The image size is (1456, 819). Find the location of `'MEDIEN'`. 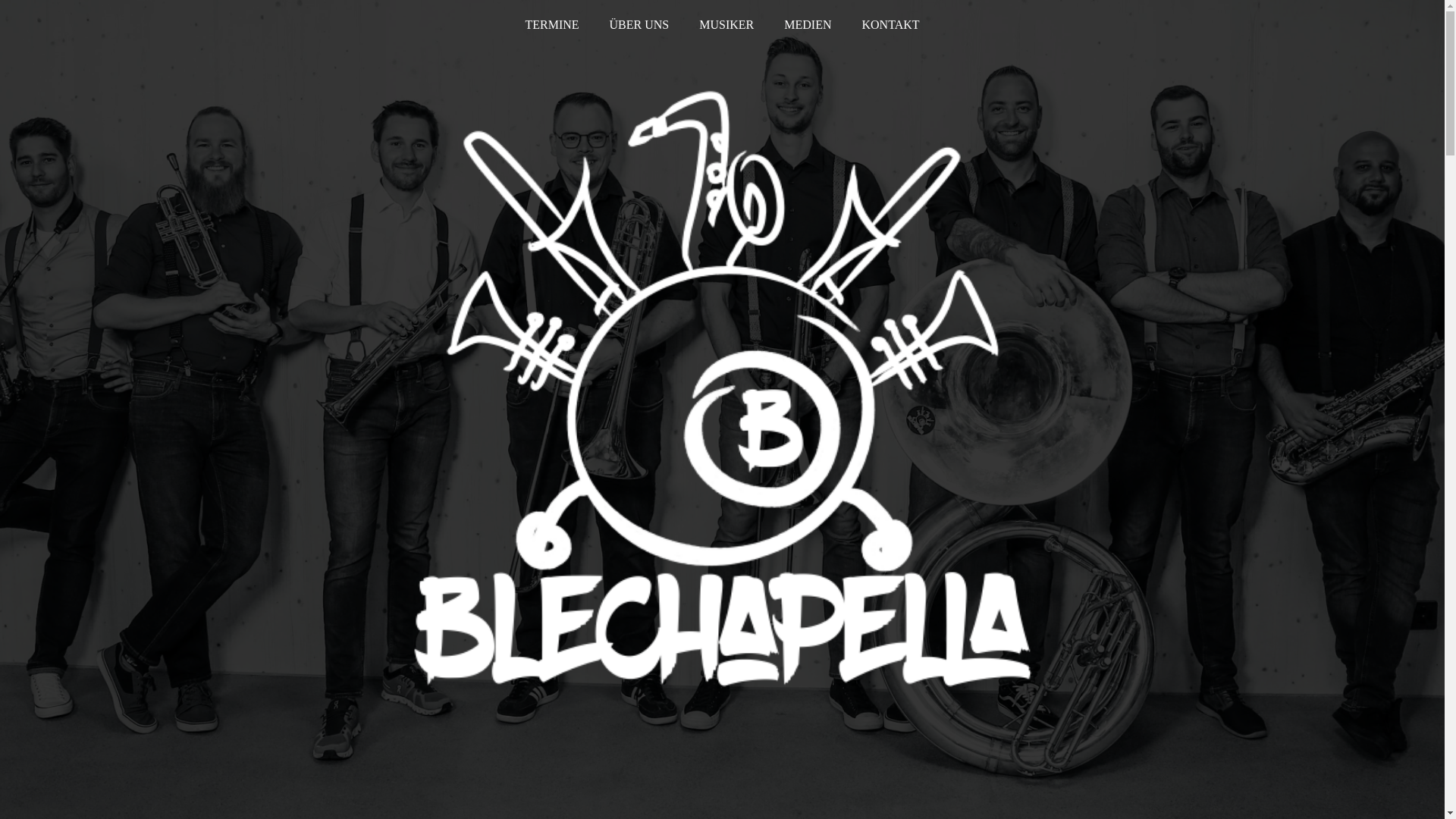

'MEDIEN' is located at coordinates (807, 25).